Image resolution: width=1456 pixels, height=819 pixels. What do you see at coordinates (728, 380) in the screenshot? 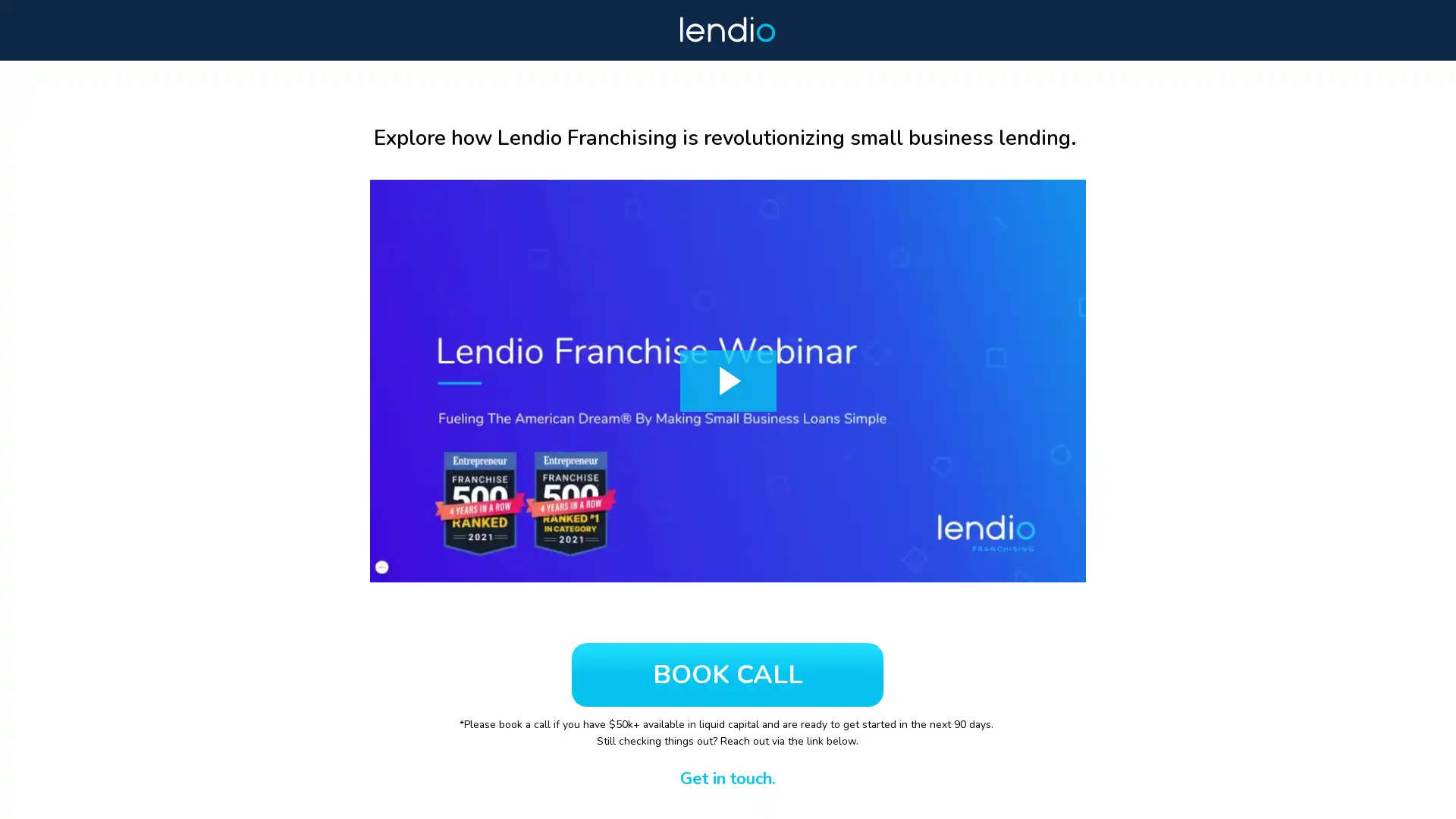
I see `Play` at bounding box center [728, 380].